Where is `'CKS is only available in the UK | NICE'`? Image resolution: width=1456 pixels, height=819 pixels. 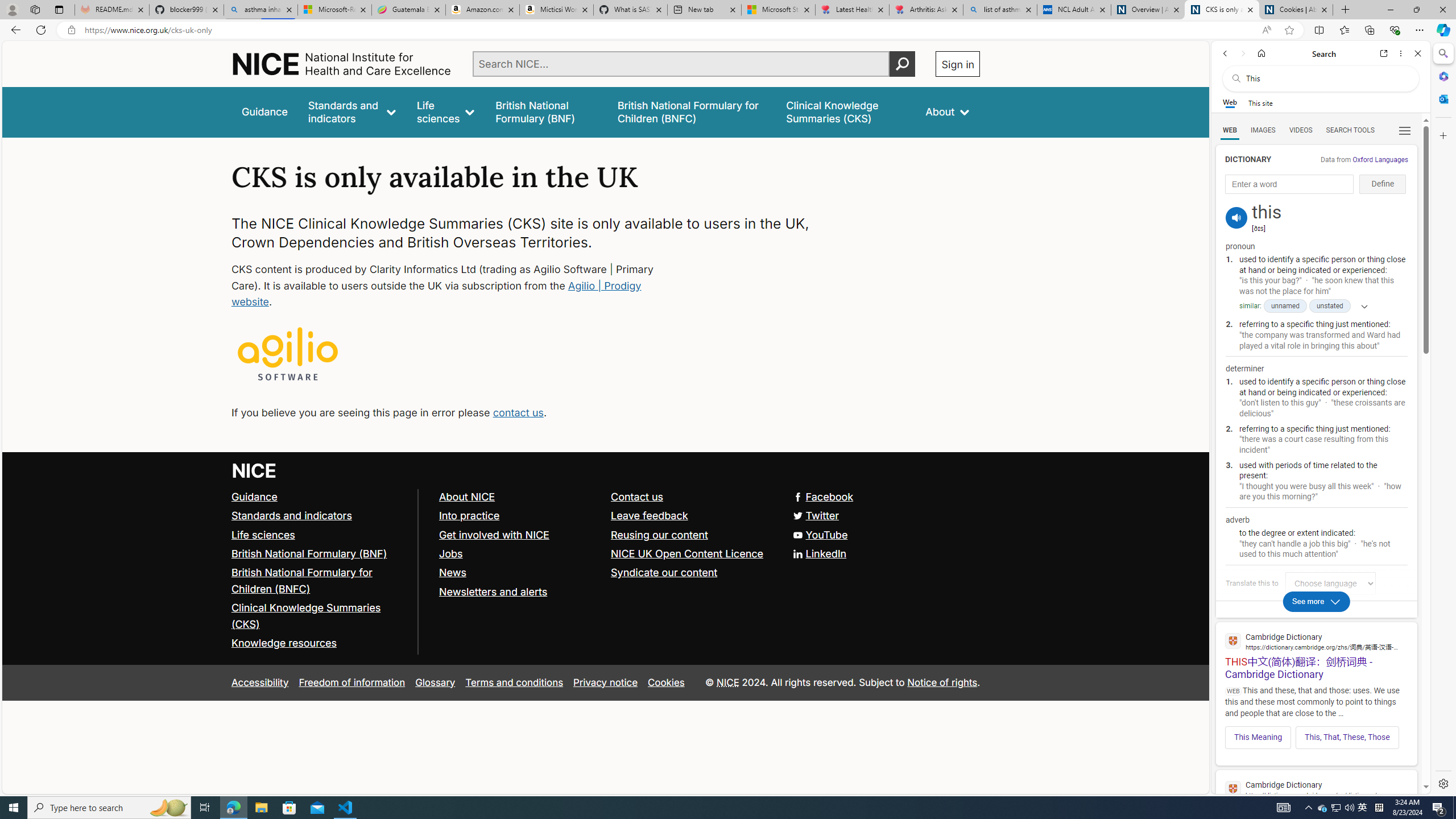 'CKS is only available in the UK | NICE' is located at coordinates (1222, 9).